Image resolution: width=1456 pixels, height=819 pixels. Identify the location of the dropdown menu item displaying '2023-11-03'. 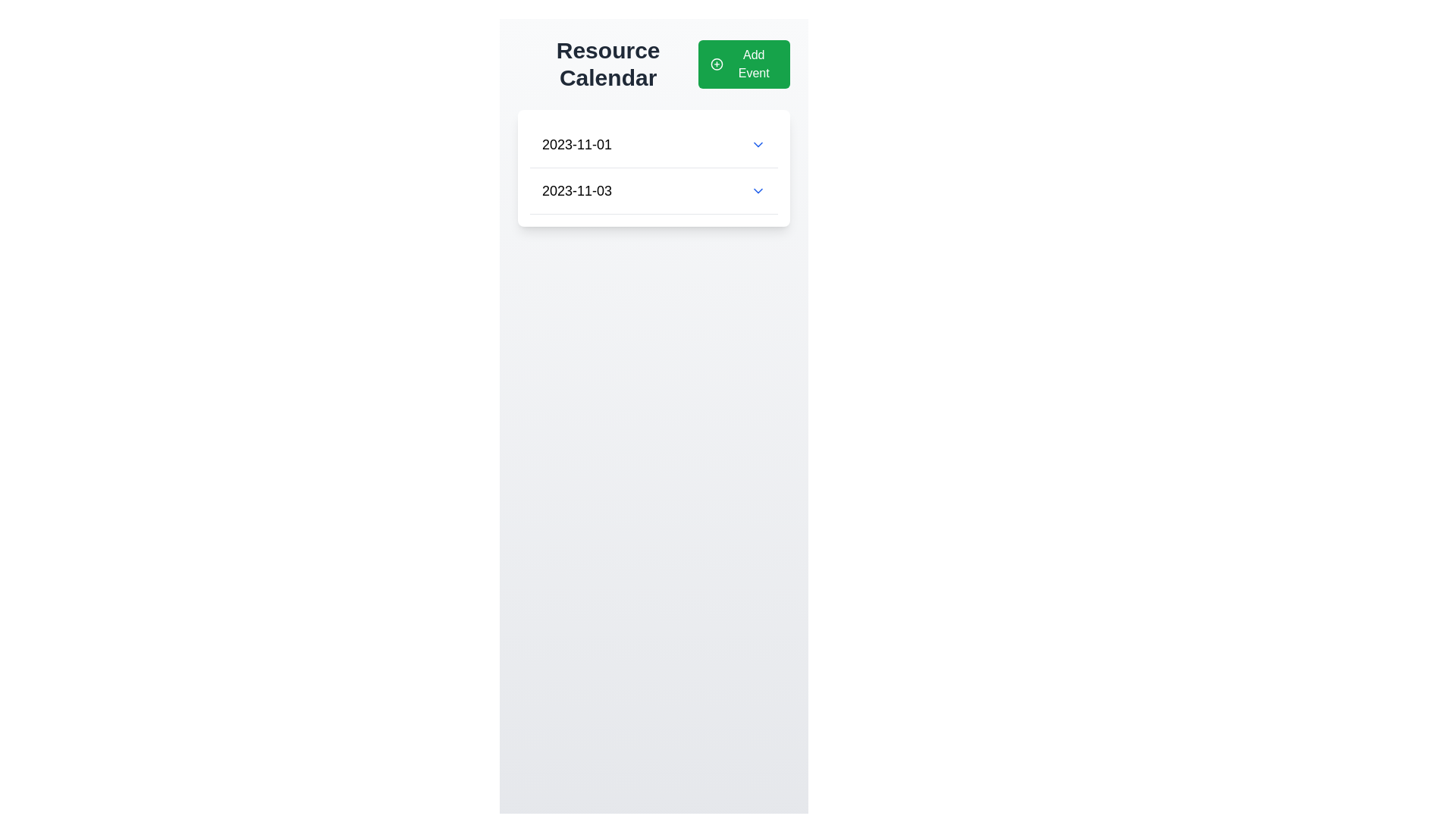
(654, 190).